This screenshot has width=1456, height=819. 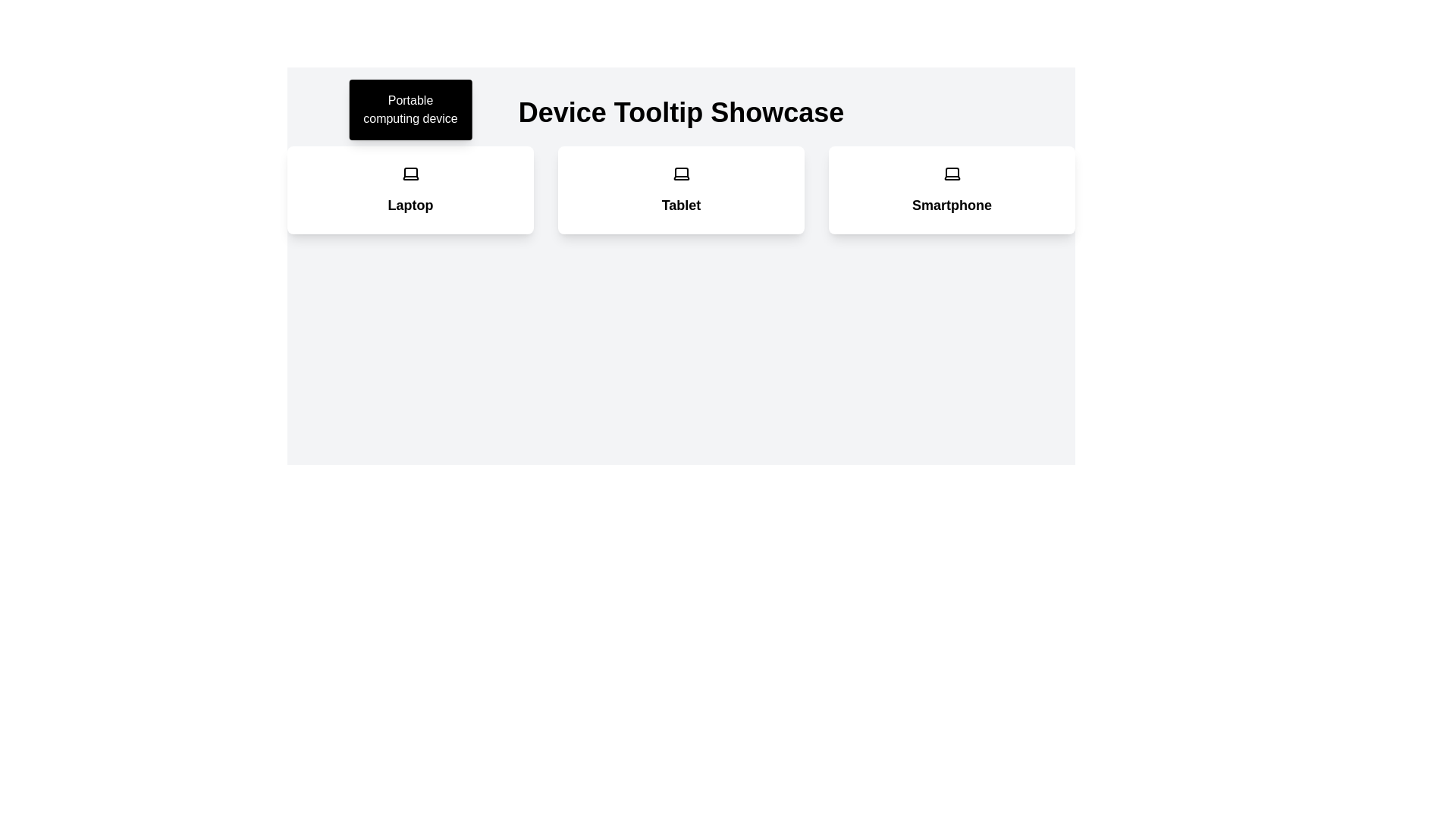 What do you see at coordinates (410, 189) in the screenshot?
I see `the laptop card in the top-left section of the three-column grid layout` at bounding box center [410, 189].